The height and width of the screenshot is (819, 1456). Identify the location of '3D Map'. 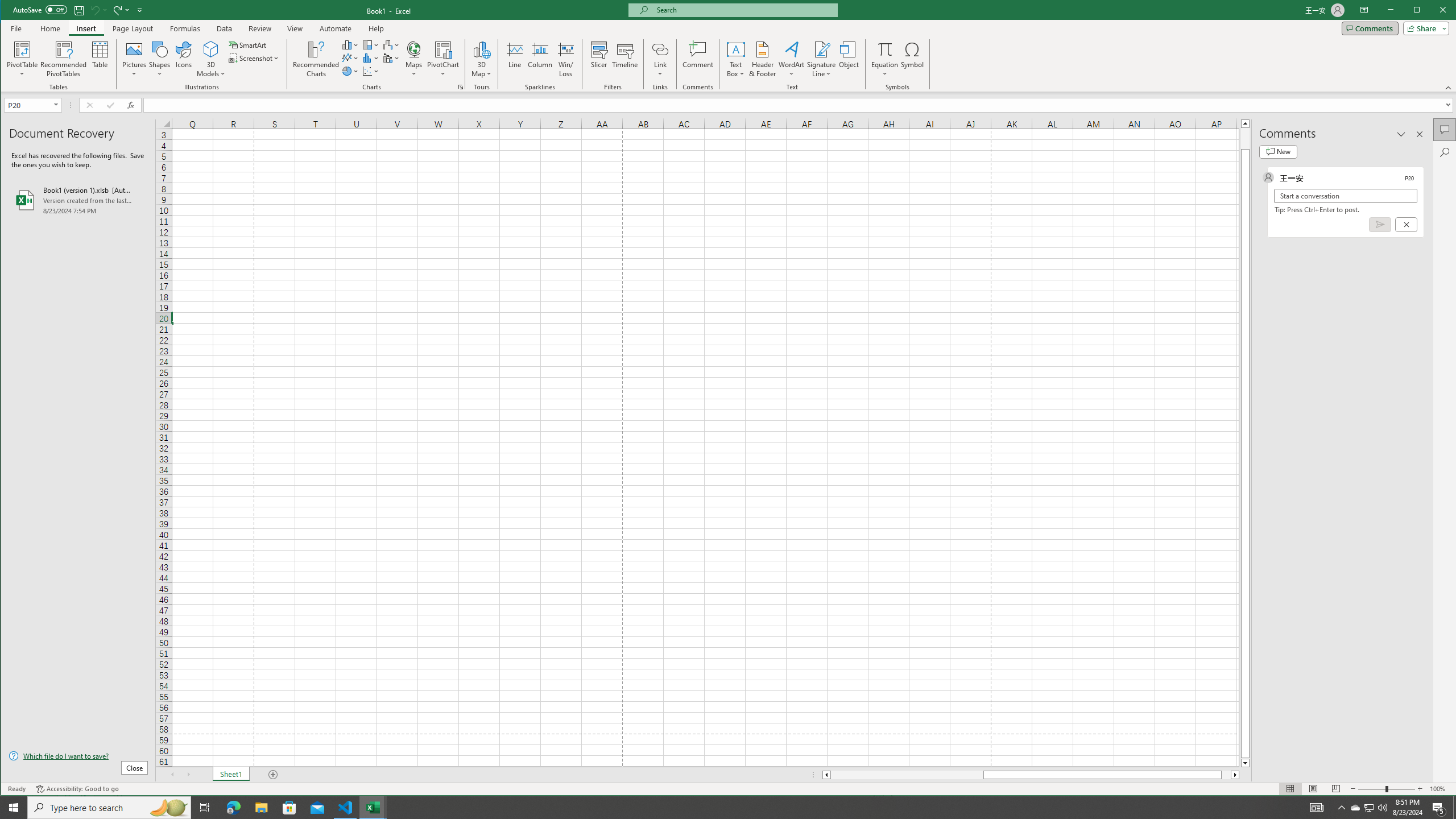
(482, 48).